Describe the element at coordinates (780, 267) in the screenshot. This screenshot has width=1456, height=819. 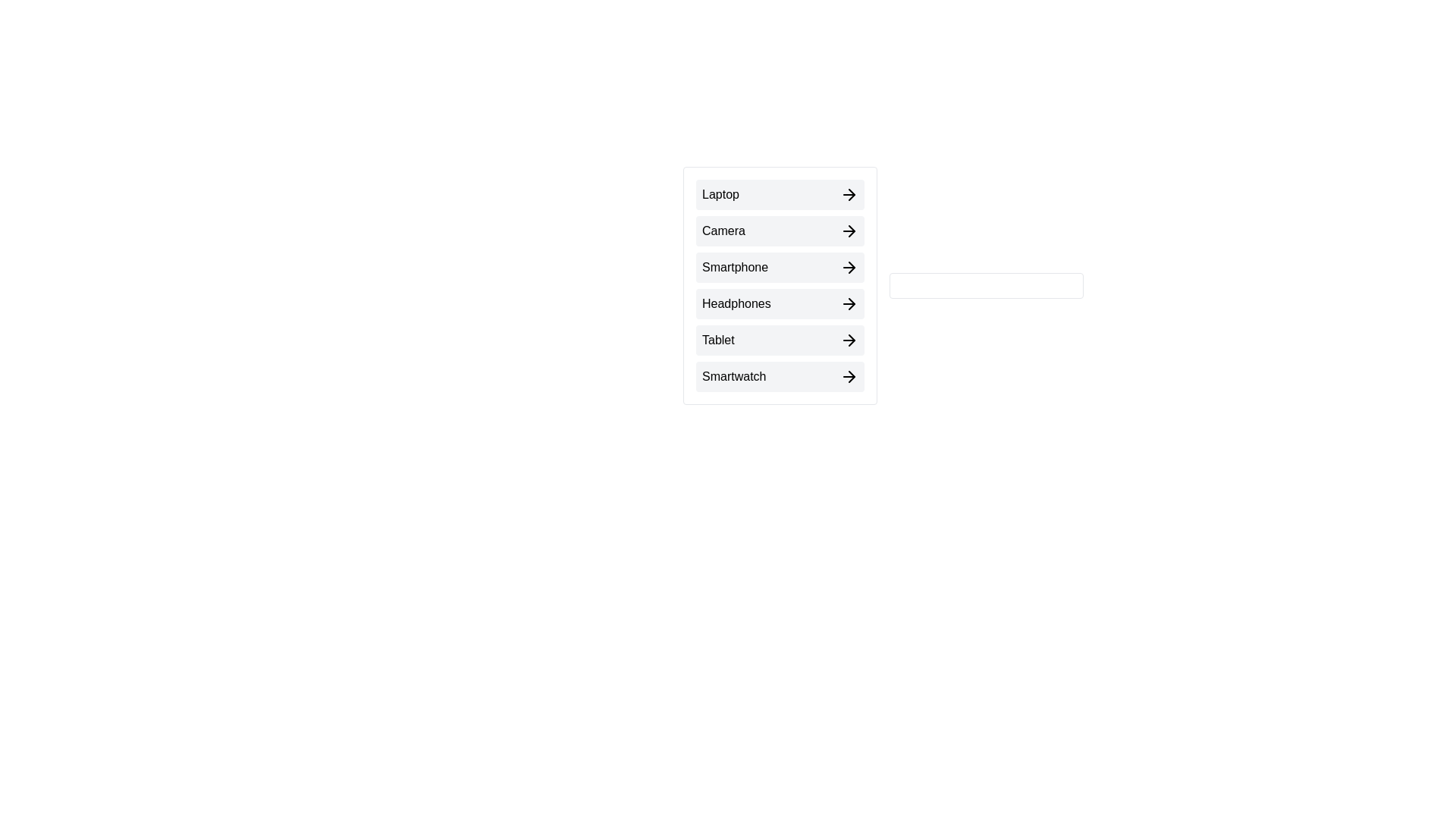
I see `the arrow button next to Smartphone to move it to the right list` at that location.